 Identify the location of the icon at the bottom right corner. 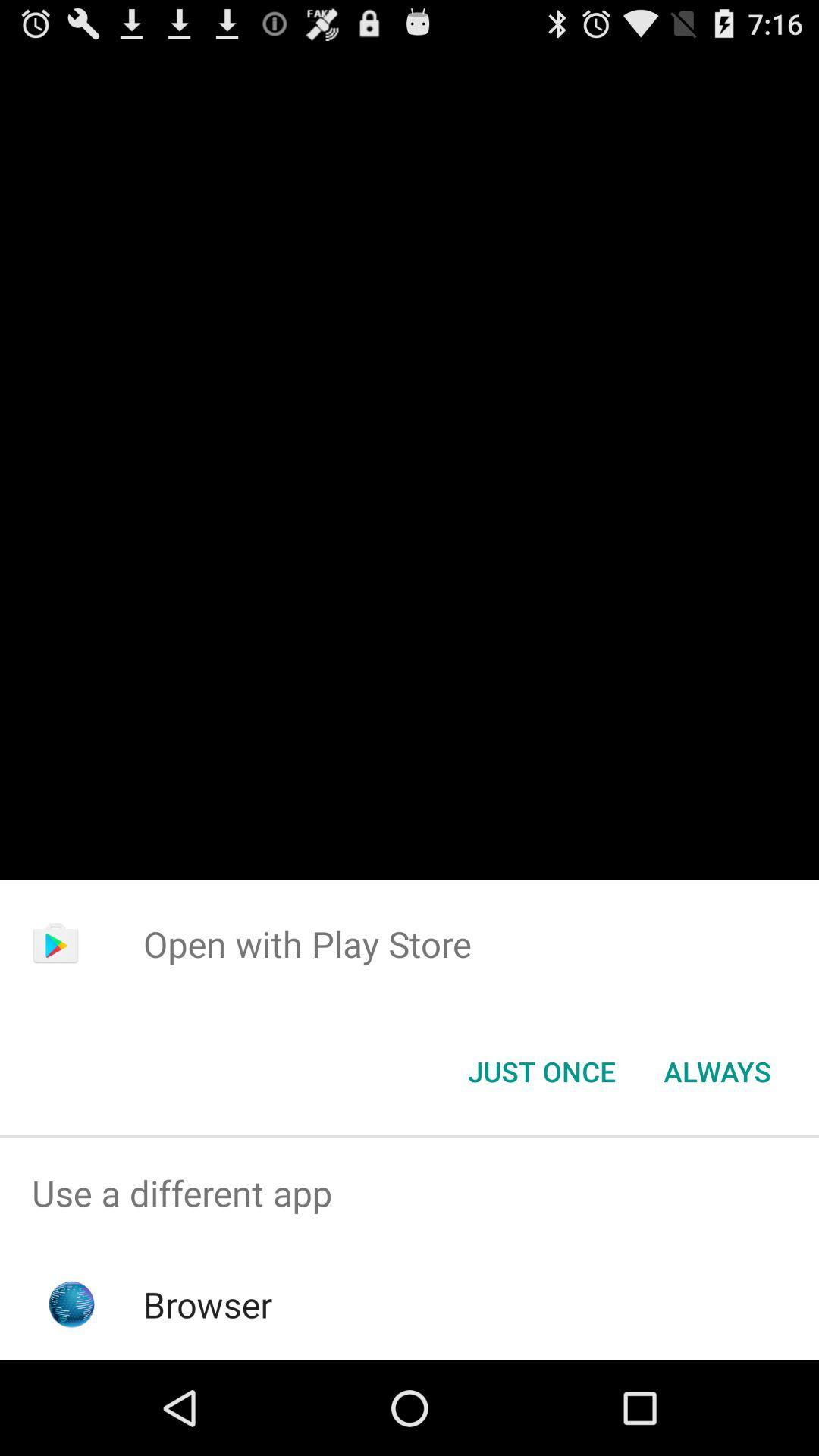
(717, 1070).